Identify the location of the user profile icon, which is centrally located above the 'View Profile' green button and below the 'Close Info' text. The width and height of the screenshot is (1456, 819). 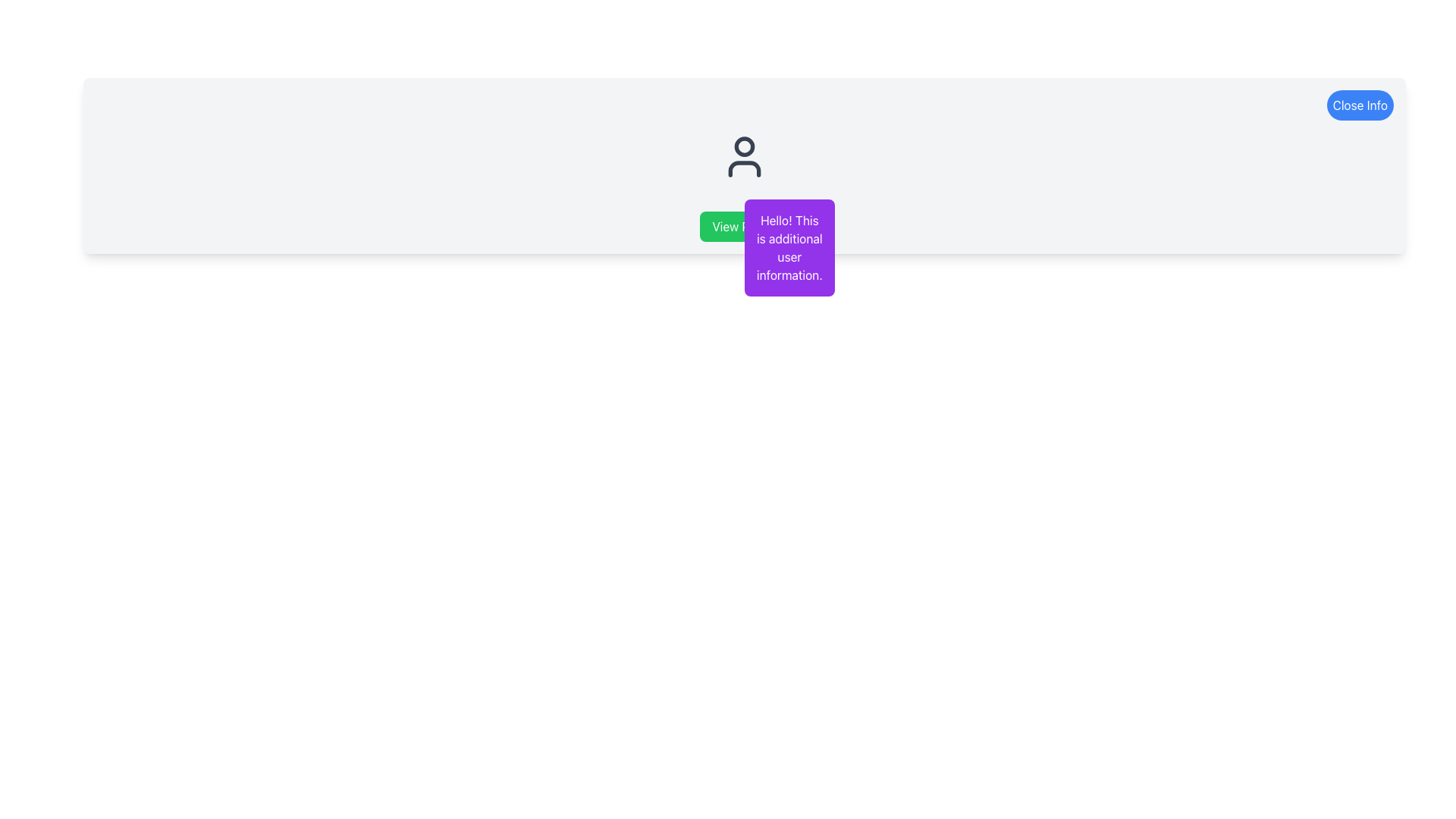
(745, 157).